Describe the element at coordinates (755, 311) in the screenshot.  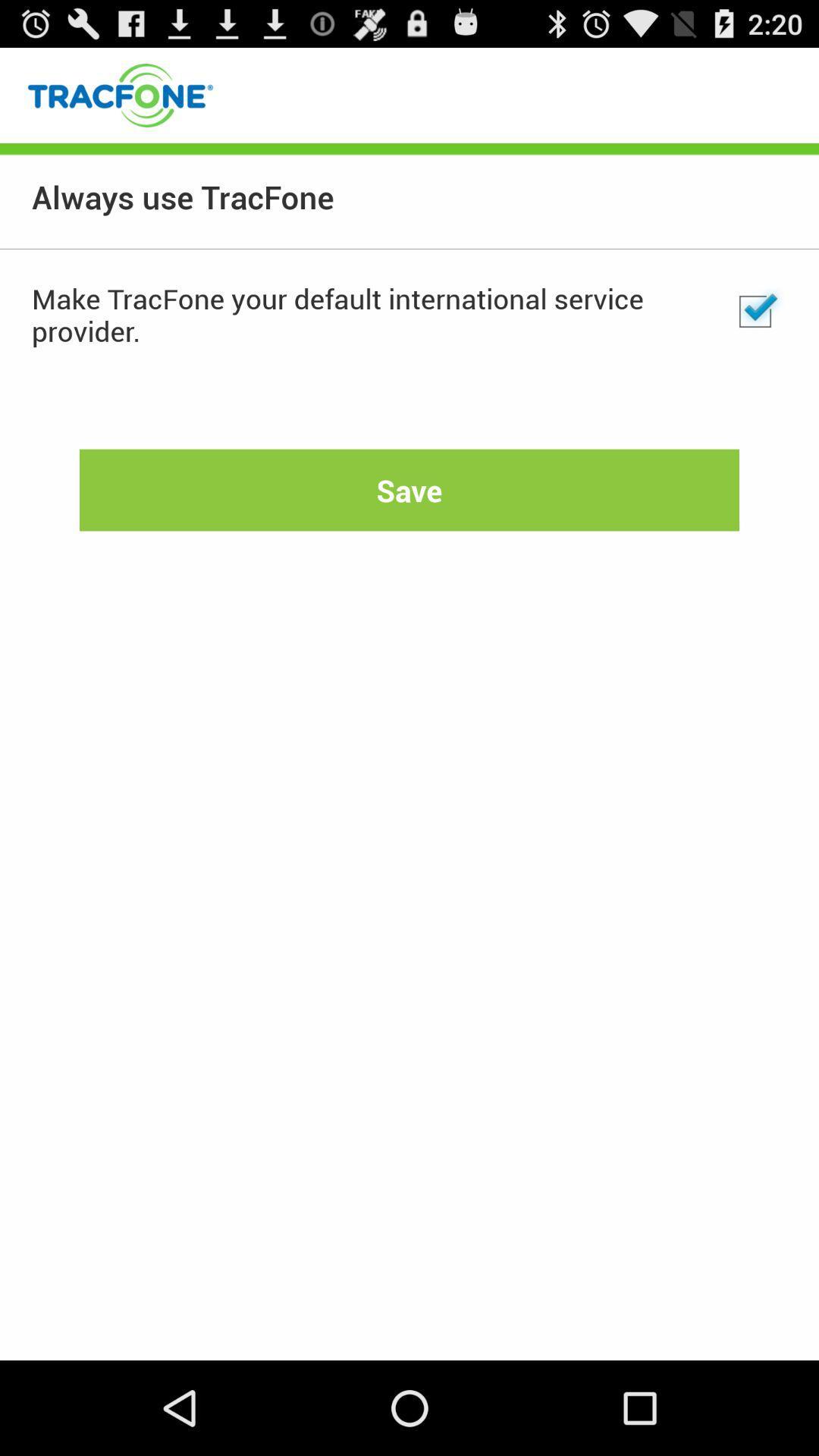
I see `the icon to the right of the make tracfone your` at that location.